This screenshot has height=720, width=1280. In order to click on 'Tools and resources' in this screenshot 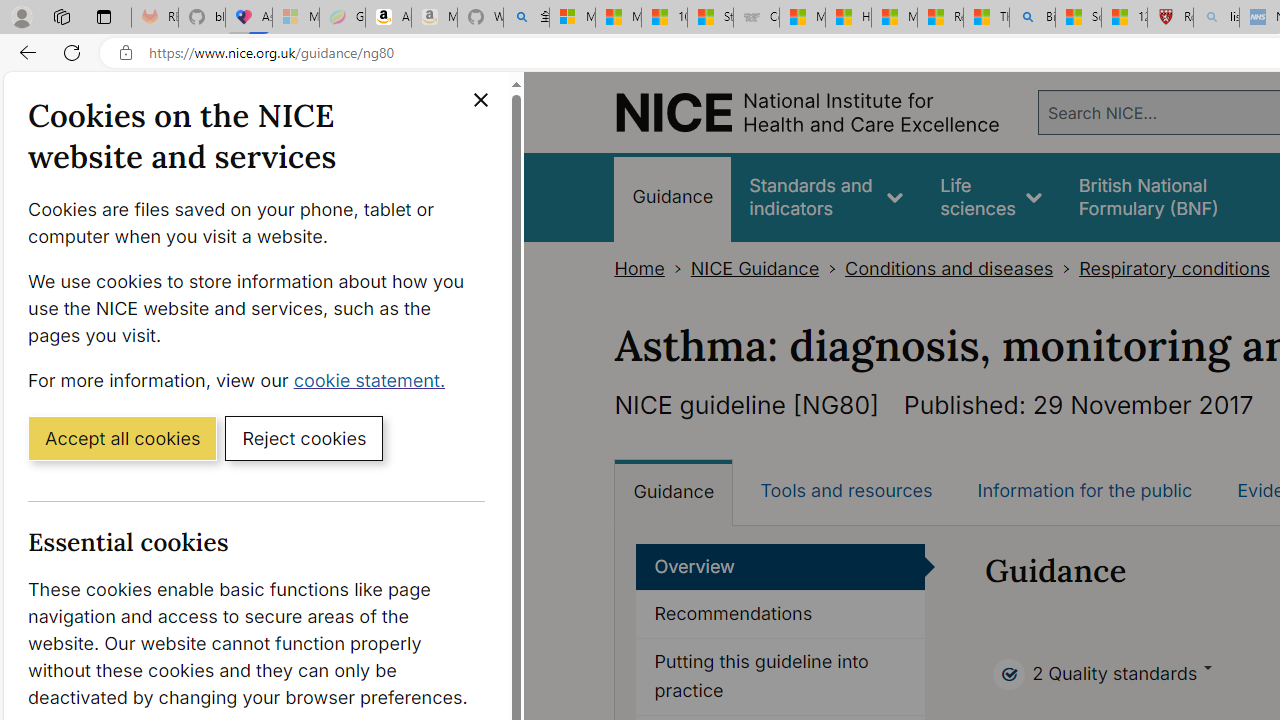, I will do `click(846, 491)`.